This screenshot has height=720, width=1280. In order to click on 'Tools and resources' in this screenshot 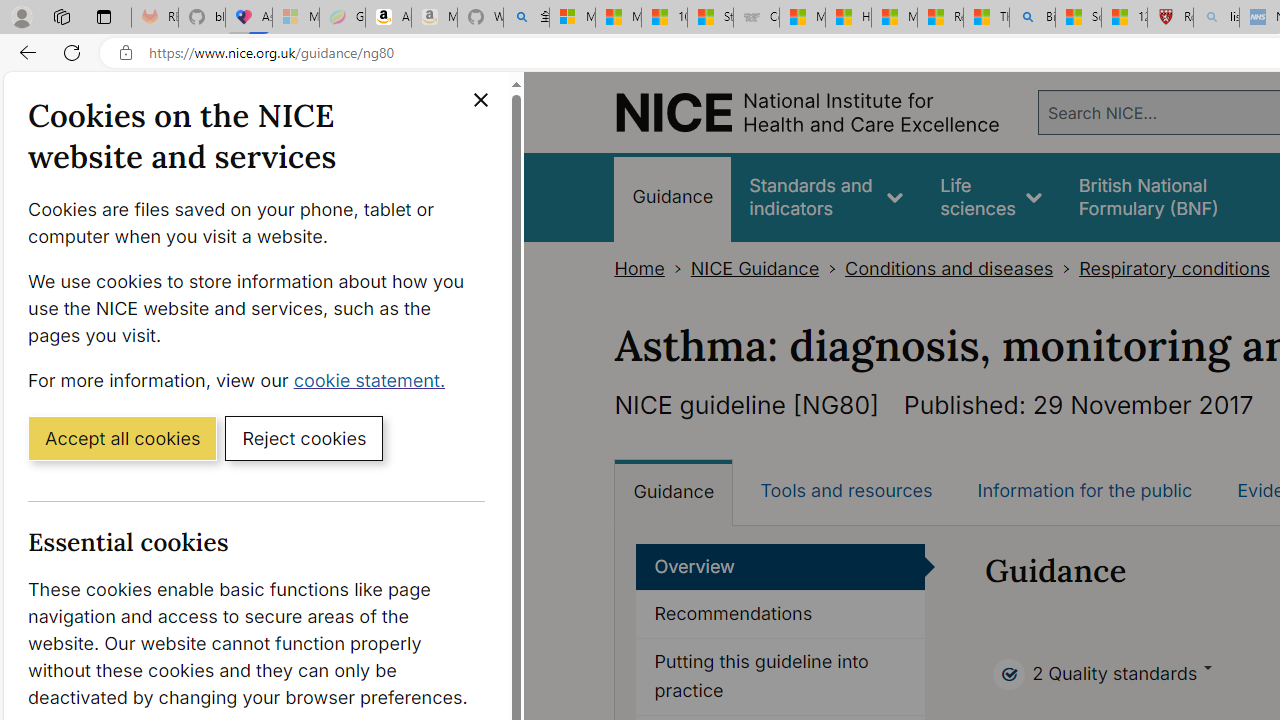, I will do `click(846, 491)`.